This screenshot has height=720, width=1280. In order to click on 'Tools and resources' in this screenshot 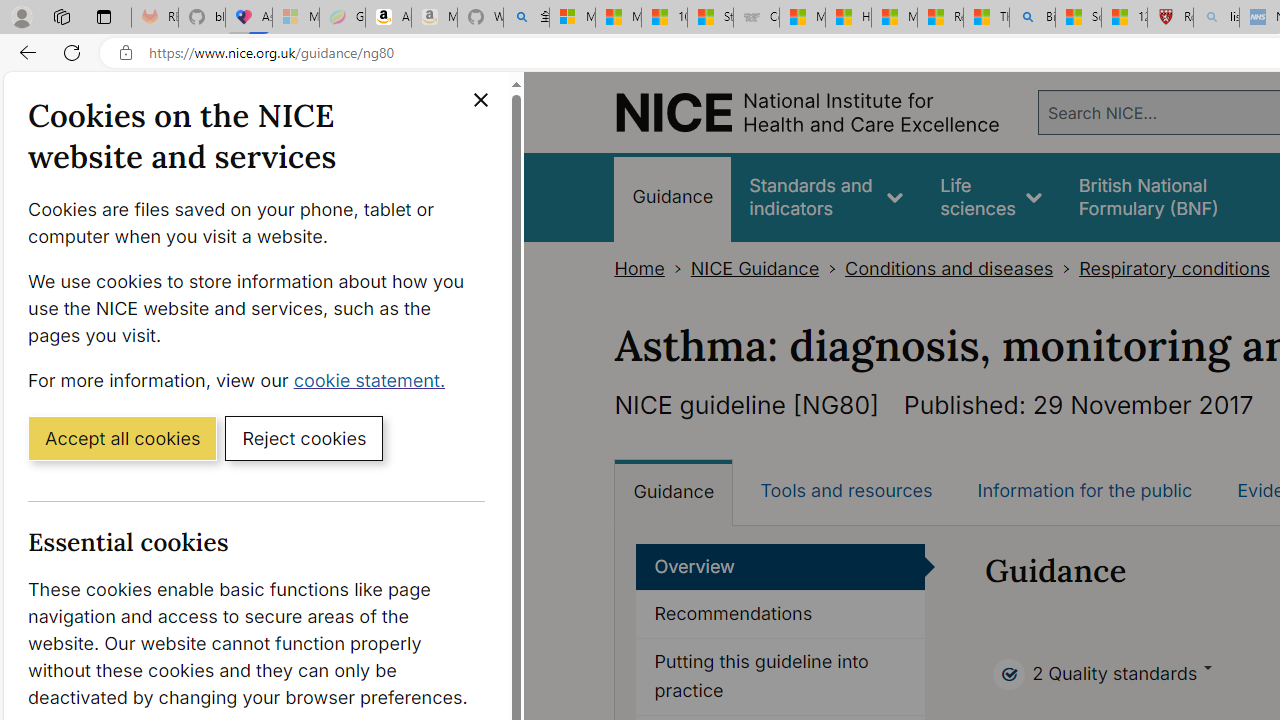, I will do `click(846, 491)`.